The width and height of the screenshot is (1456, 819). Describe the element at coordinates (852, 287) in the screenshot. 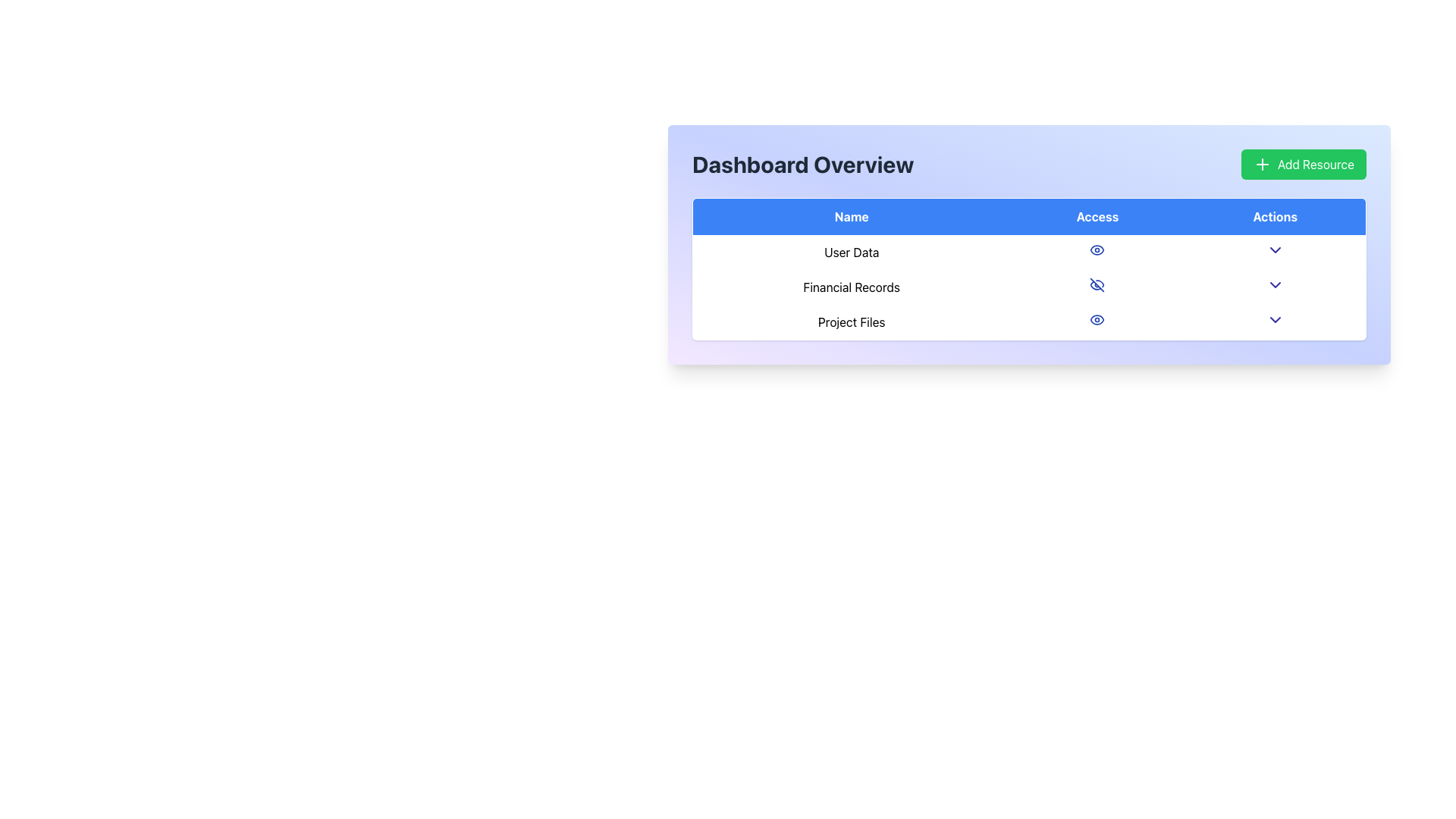

I see `the 'Financial Records' text label located in the second row of the table under the 'Name' column within the 'Dashboard Overview' card` at that location.